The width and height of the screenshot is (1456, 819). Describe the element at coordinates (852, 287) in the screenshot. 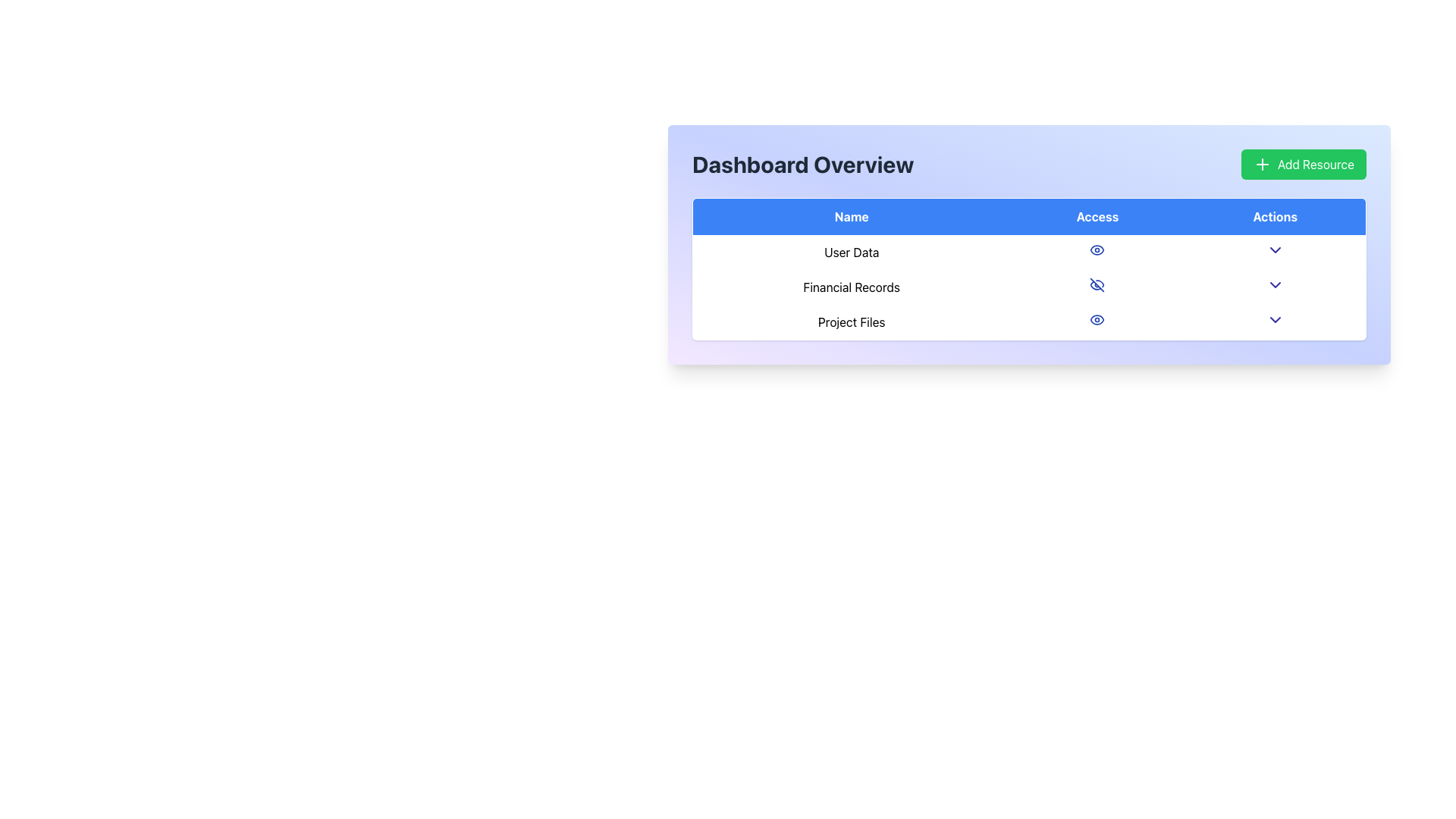

I see `the 'Financial Records' text label located in the second row of the table under the 'Name' column within the 'Dashboard Overview' card` at that location.